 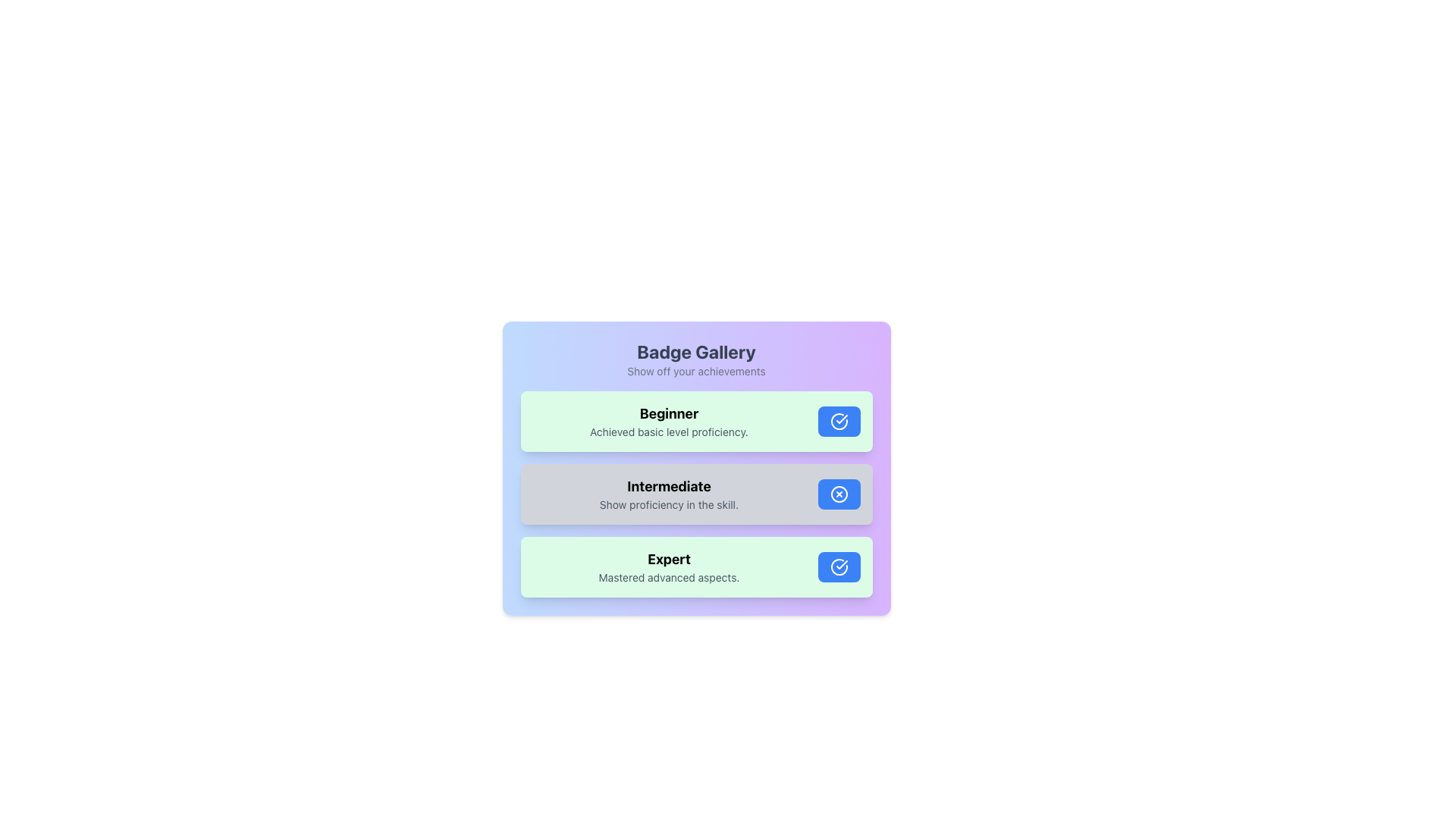 I want to click on the blue rounded rectangular button with a white circular checkmark icon inside, located on the far right of the 'Beginner' section in the 'Badge Gallery' interface, to interact with it, so click(x=838, y=421).